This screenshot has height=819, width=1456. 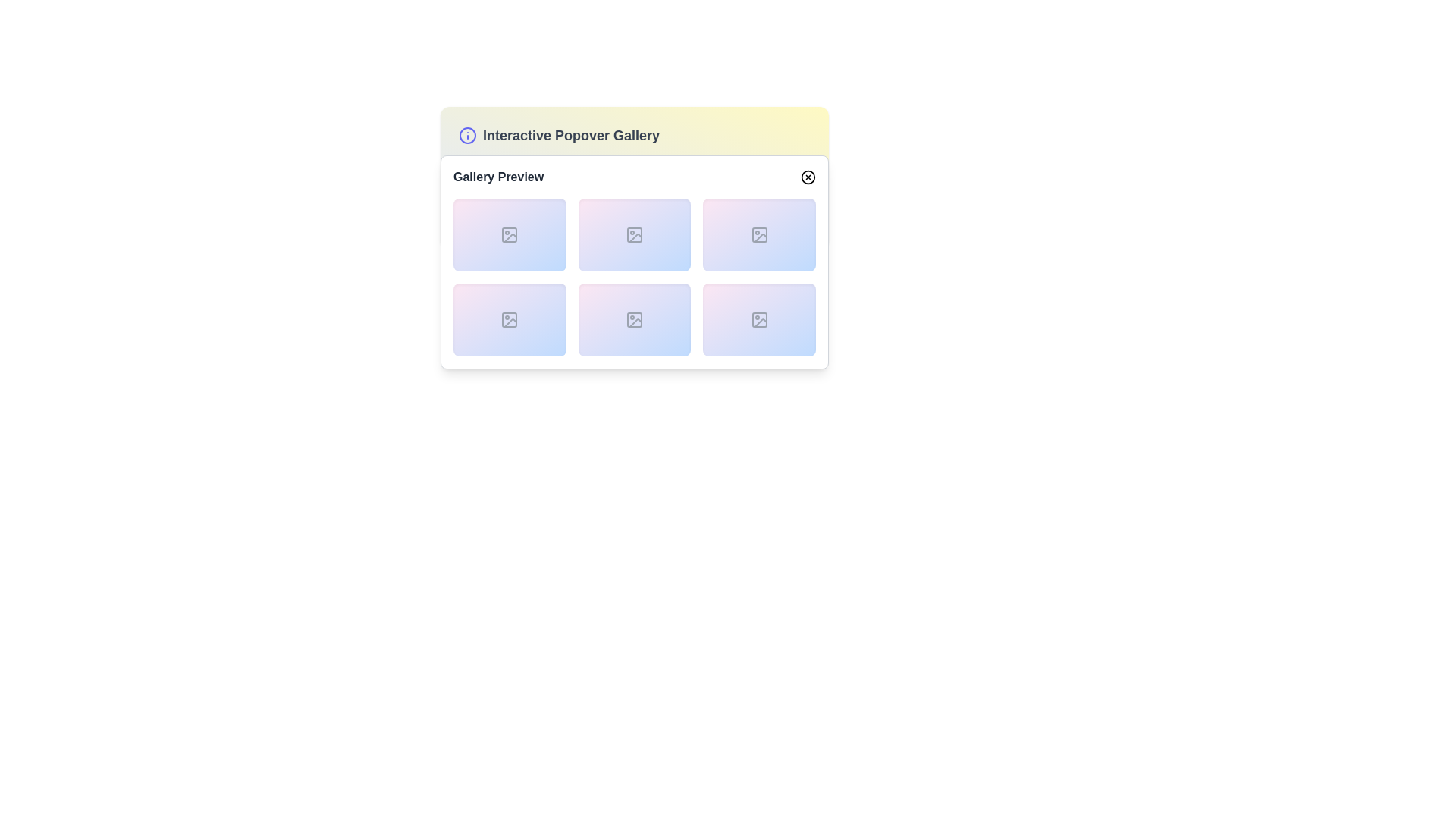 What do you see at coordinates (759, 234) in the screenshot?
I see `the visual styling of the Decorative rectangle located in the top-right corner of the SVG element within the fourth slot of the gallery grid` at bounding box center [759, 234].